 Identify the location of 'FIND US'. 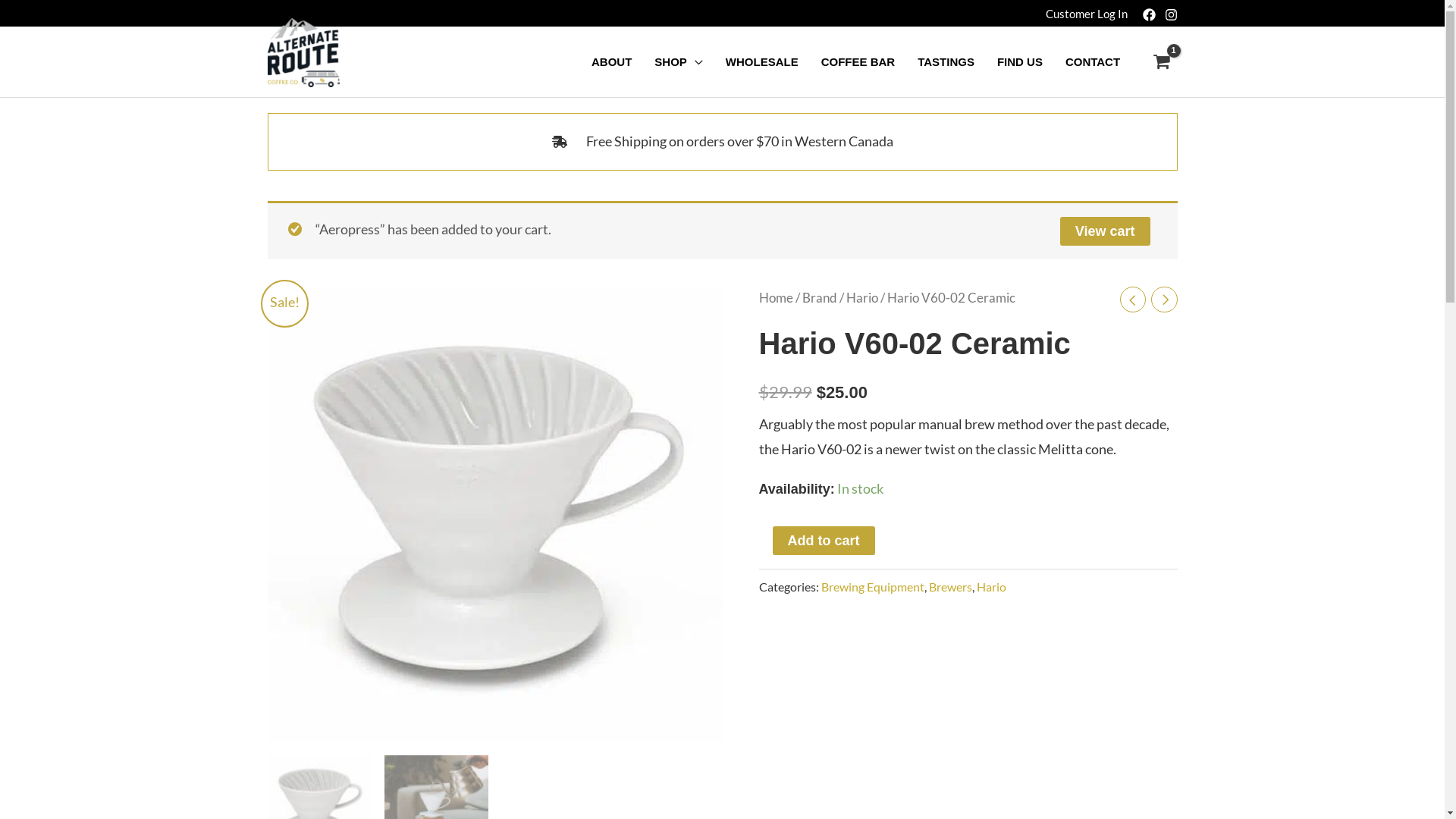
(1019, 61).